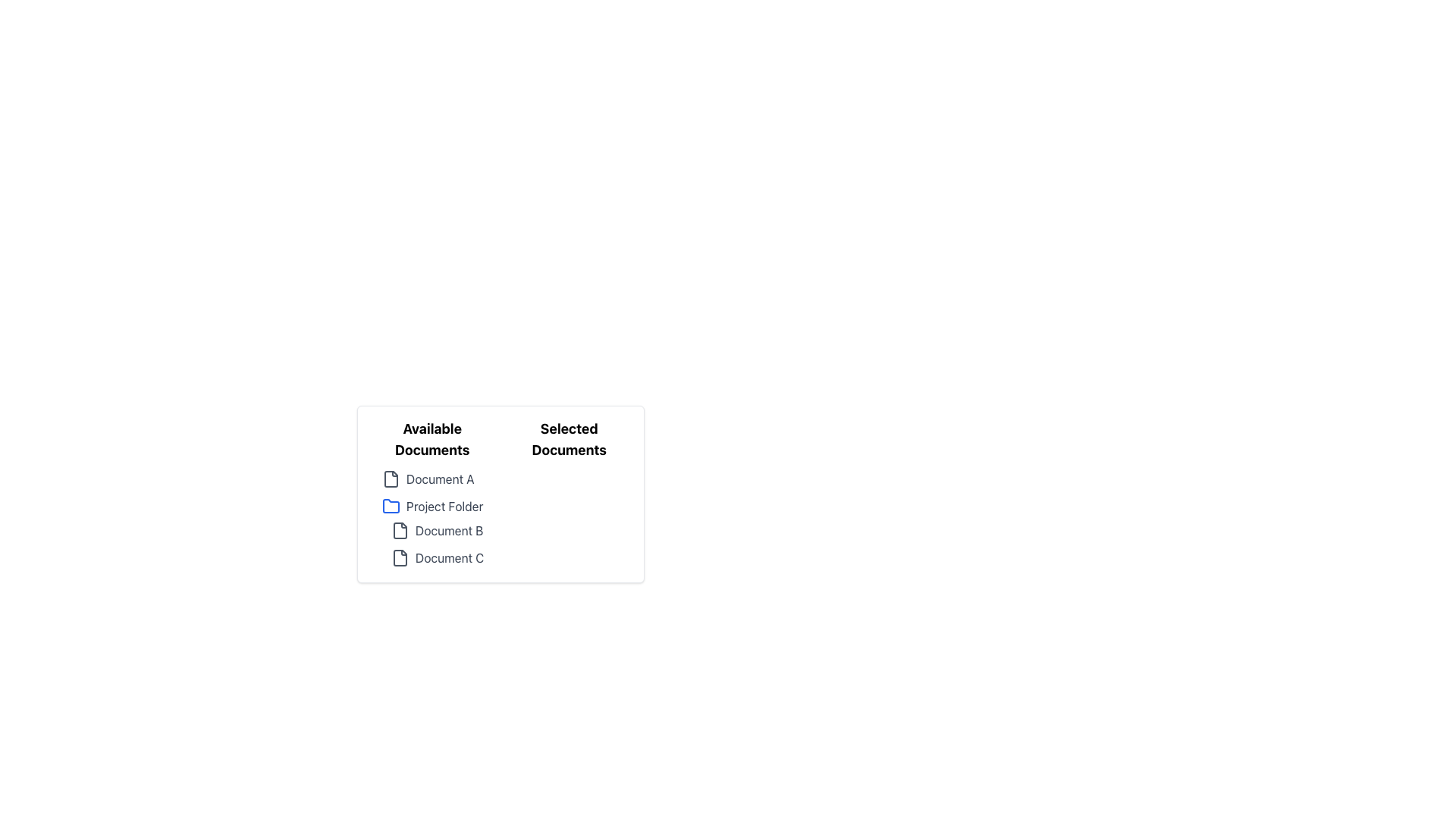 Image resolution: width=1456 pixels, height=819 pixels. What do you see at coordinates (391, 506) in the screenshot?
I see `the graphical icon of the 'Project Folder' option, which is the second item in the 'Available Documents' column` at bounding box center [391, 506].